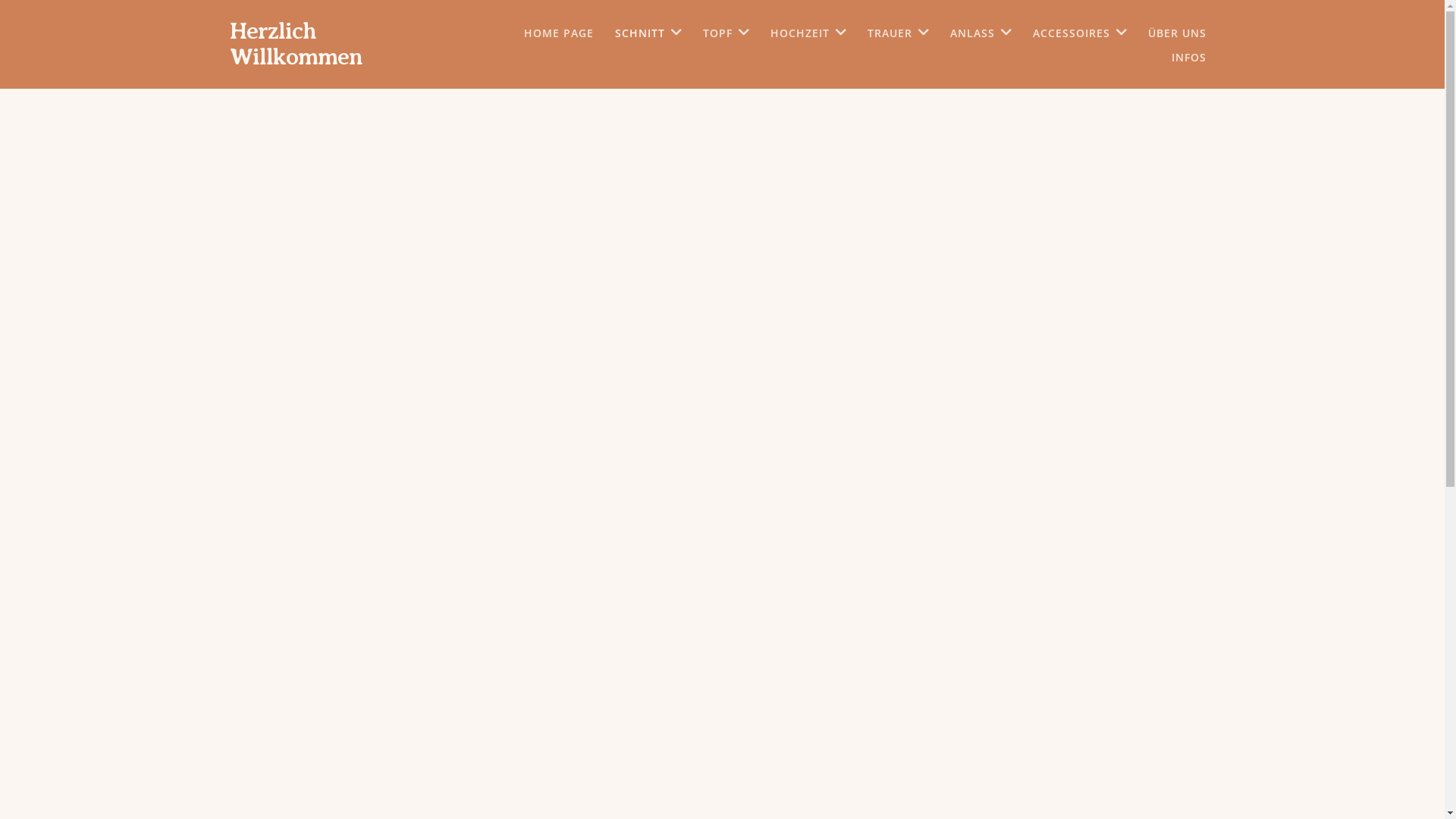 This screenshot has height=819, width=1456. What do you see at coordinates (557, 33) in the screenshot?
I see `'HOME PAGE'` at bounding box center [557, 33].